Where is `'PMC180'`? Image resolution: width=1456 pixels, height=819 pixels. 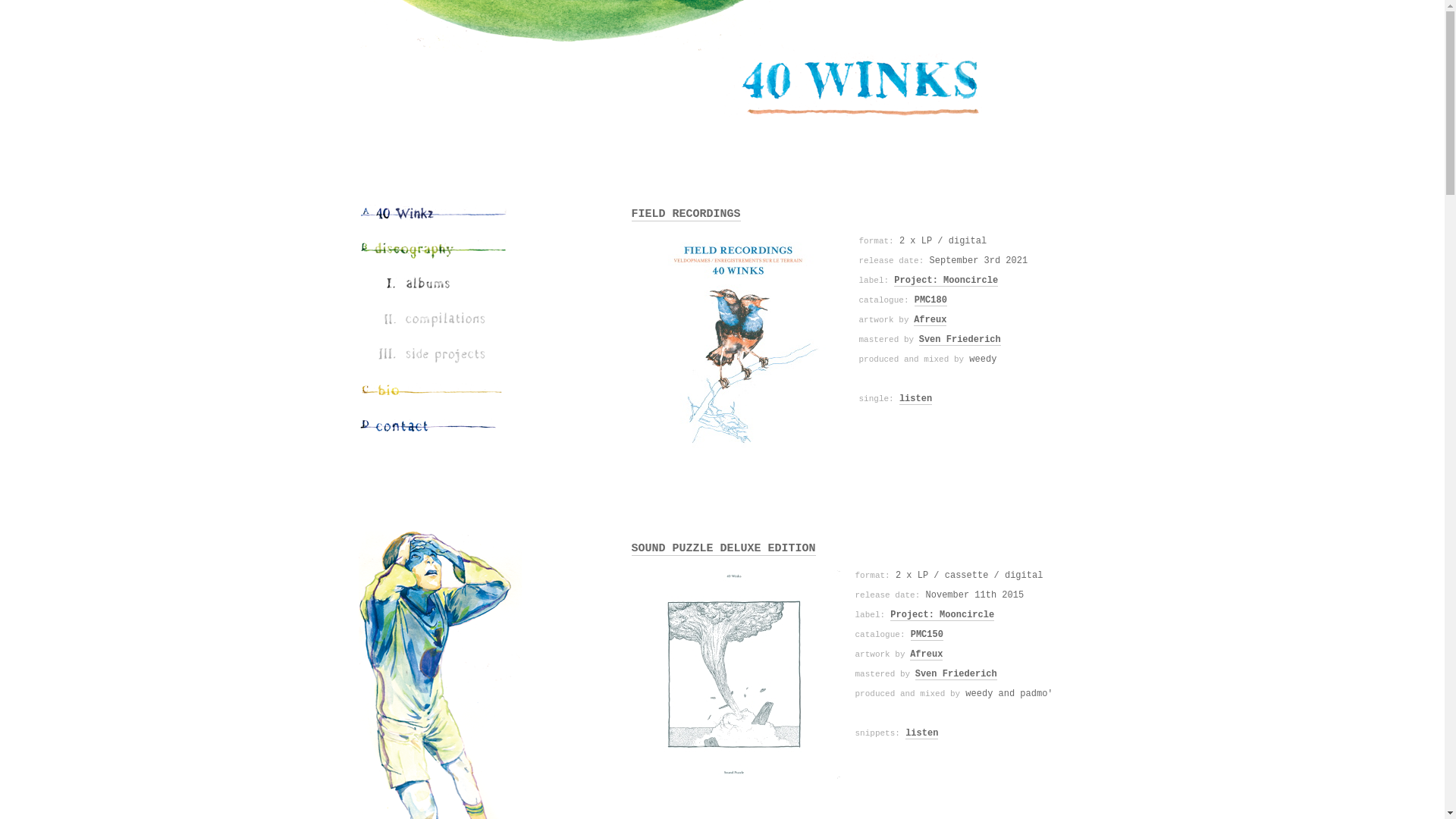
'PMC180' is located at coordinates (930, 300).